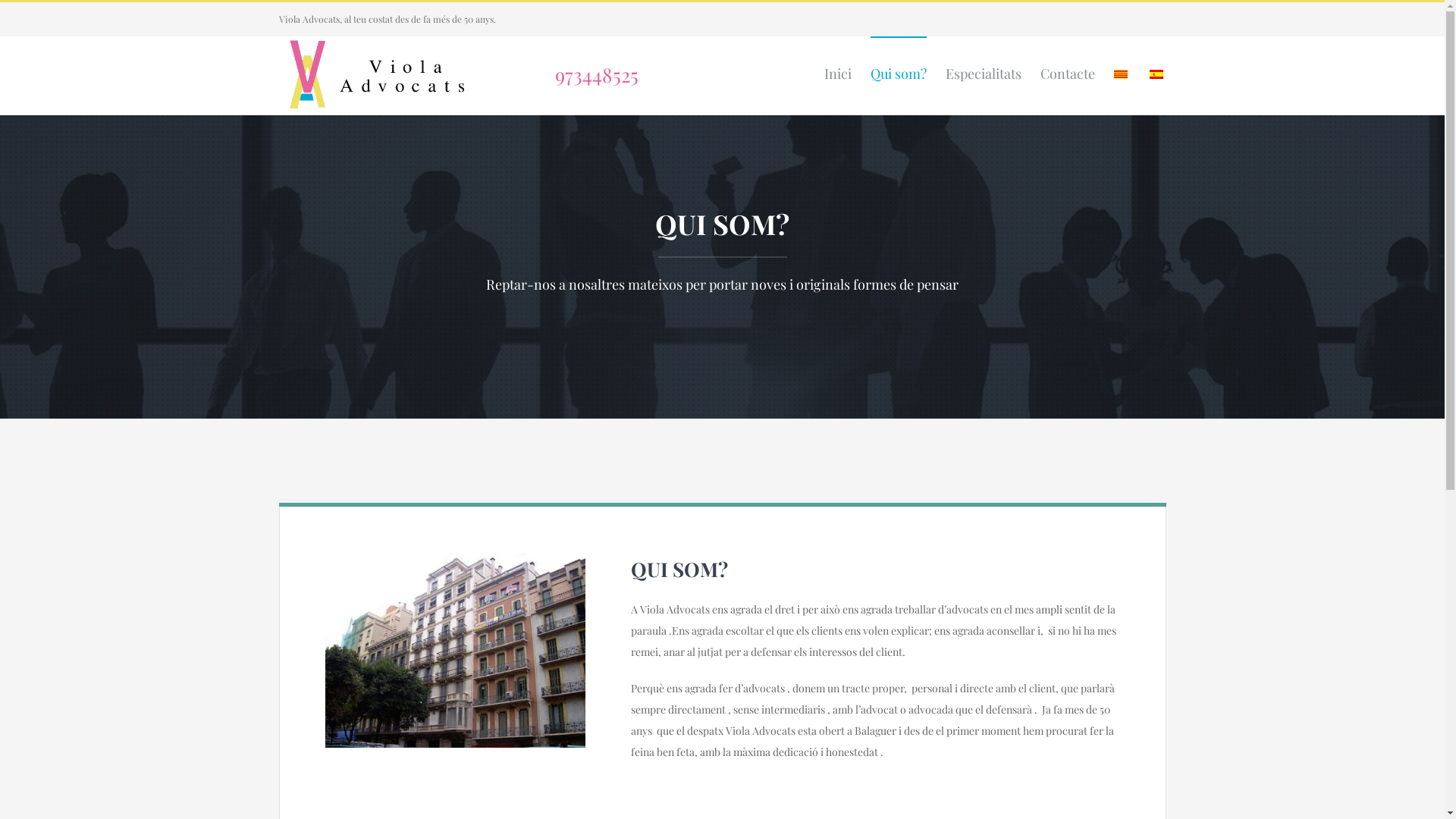 Image resolution: width=1456 pixels, height=819 pixels. Describe the element at coordinates (836, 73) in the screenshot. I see `'Inici'` at that location.